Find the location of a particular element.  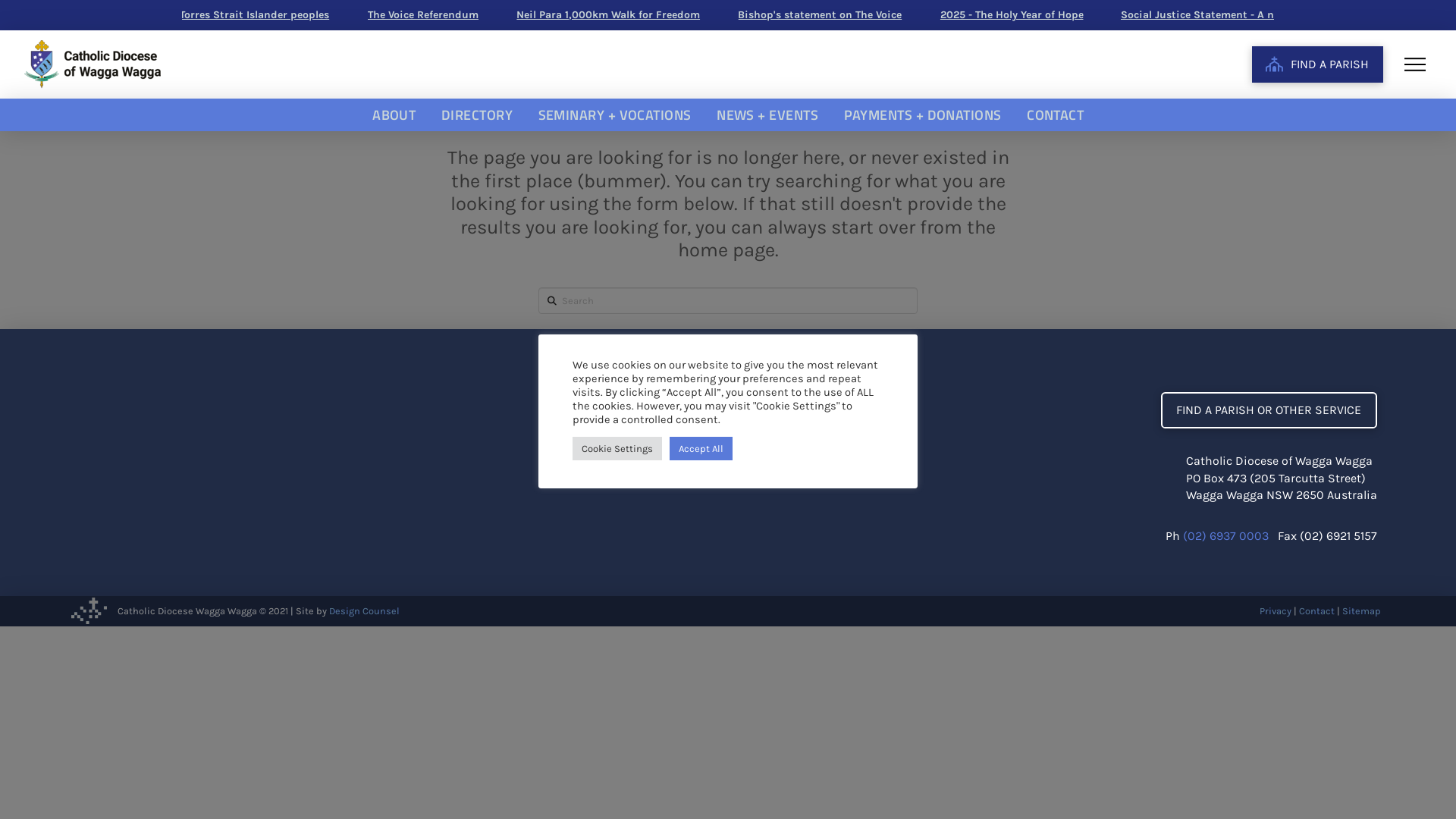

'Contact' is located at coordinates (1316, 610).